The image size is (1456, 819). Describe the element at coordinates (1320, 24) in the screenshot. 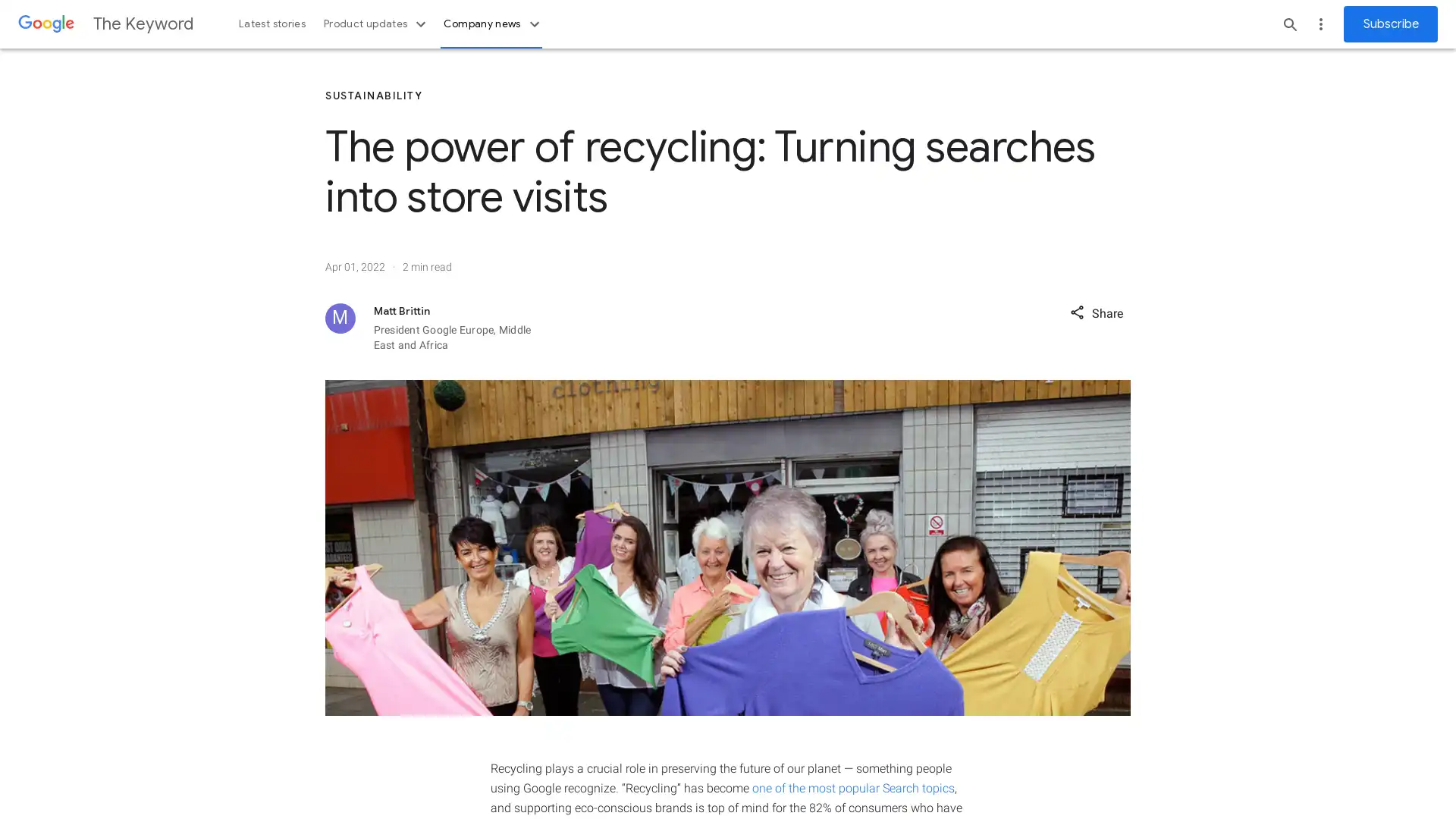

I see `Secondary menu` at that location.